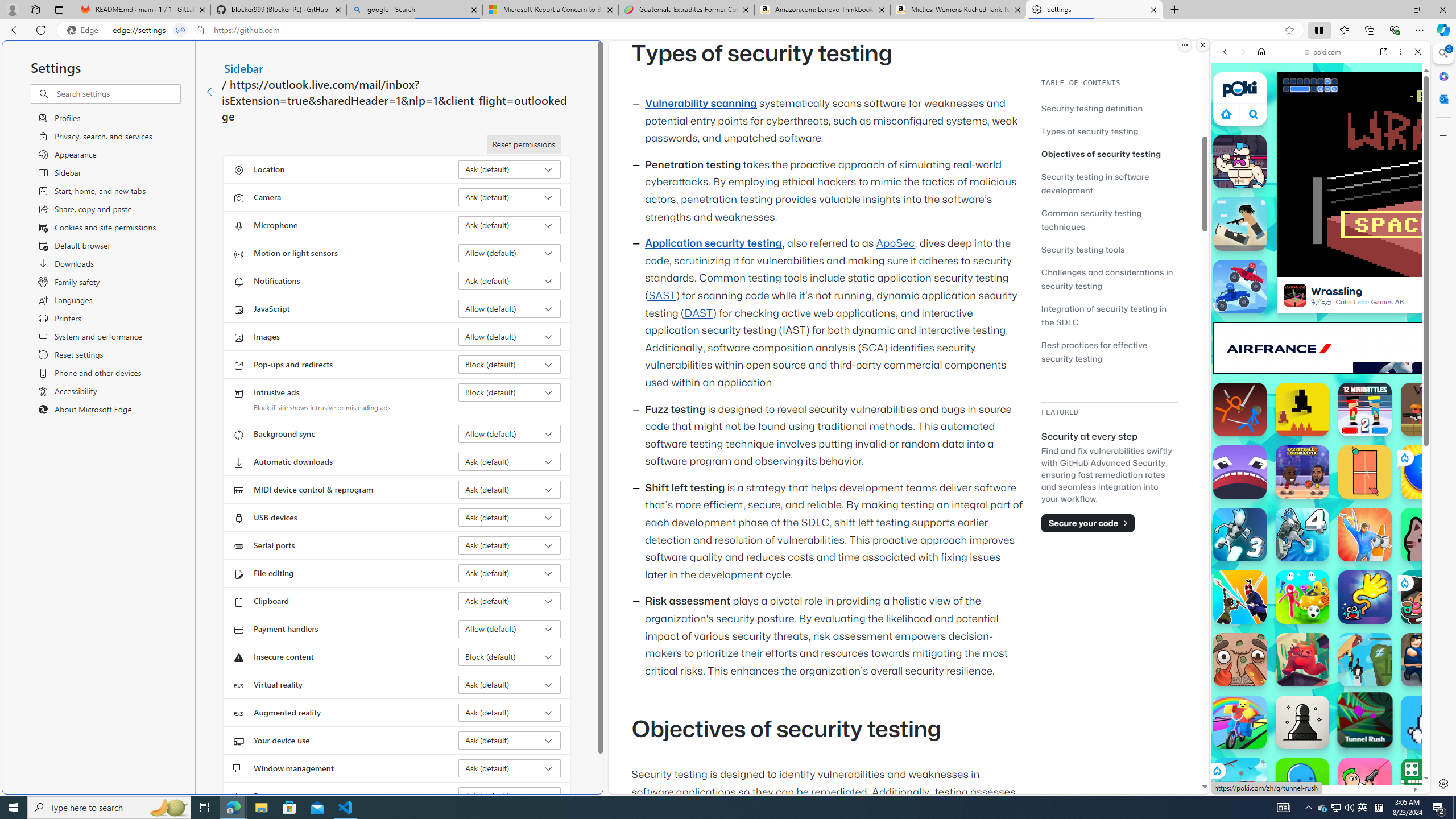 This screenshot has height=819, width=1456. What do you see at coordinates (1294, 295) in the screenshot?
I see `'Wrassling'` at bounding box center [1294, 295].